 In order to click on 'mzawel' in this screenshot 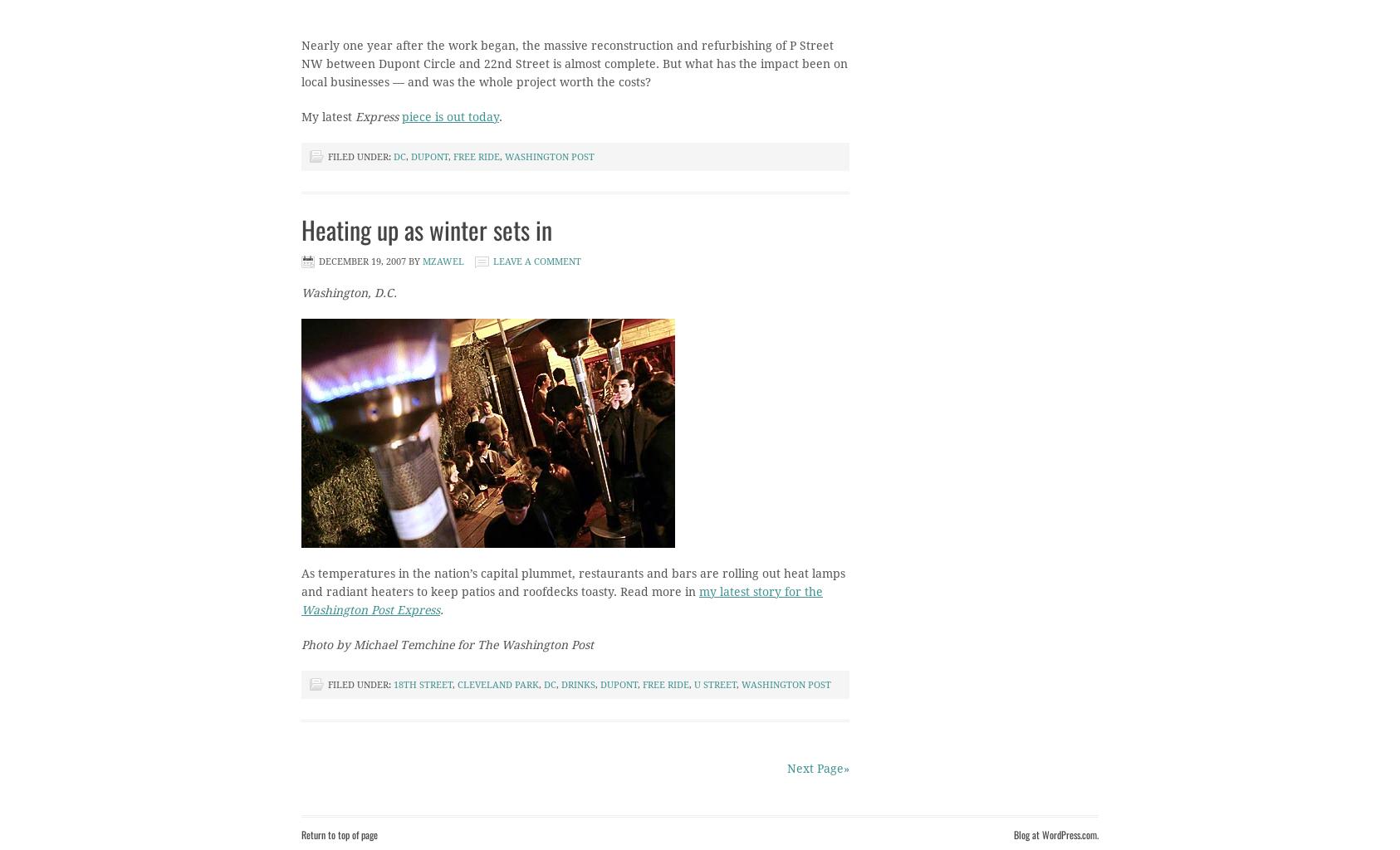, I will do `click(423, 261)`.